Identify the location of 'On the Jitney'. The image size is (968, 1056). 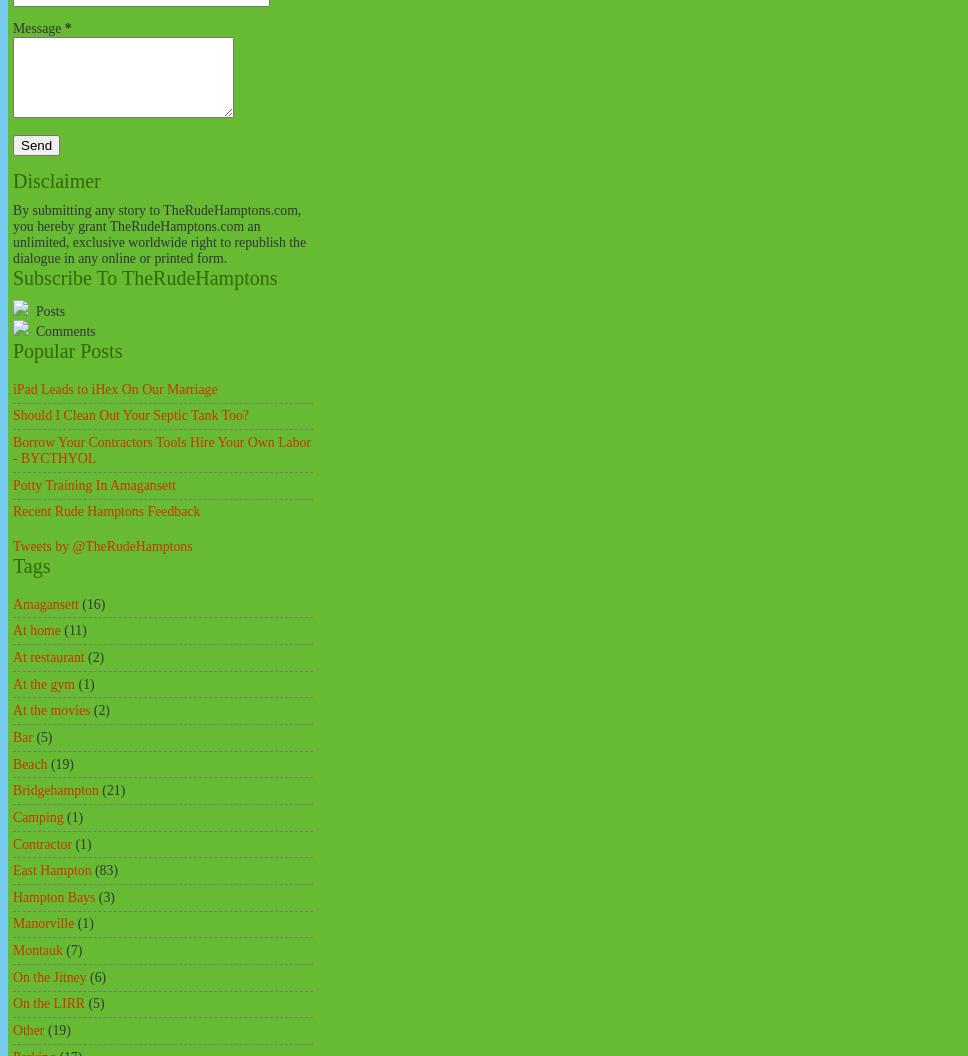
(48, 976).